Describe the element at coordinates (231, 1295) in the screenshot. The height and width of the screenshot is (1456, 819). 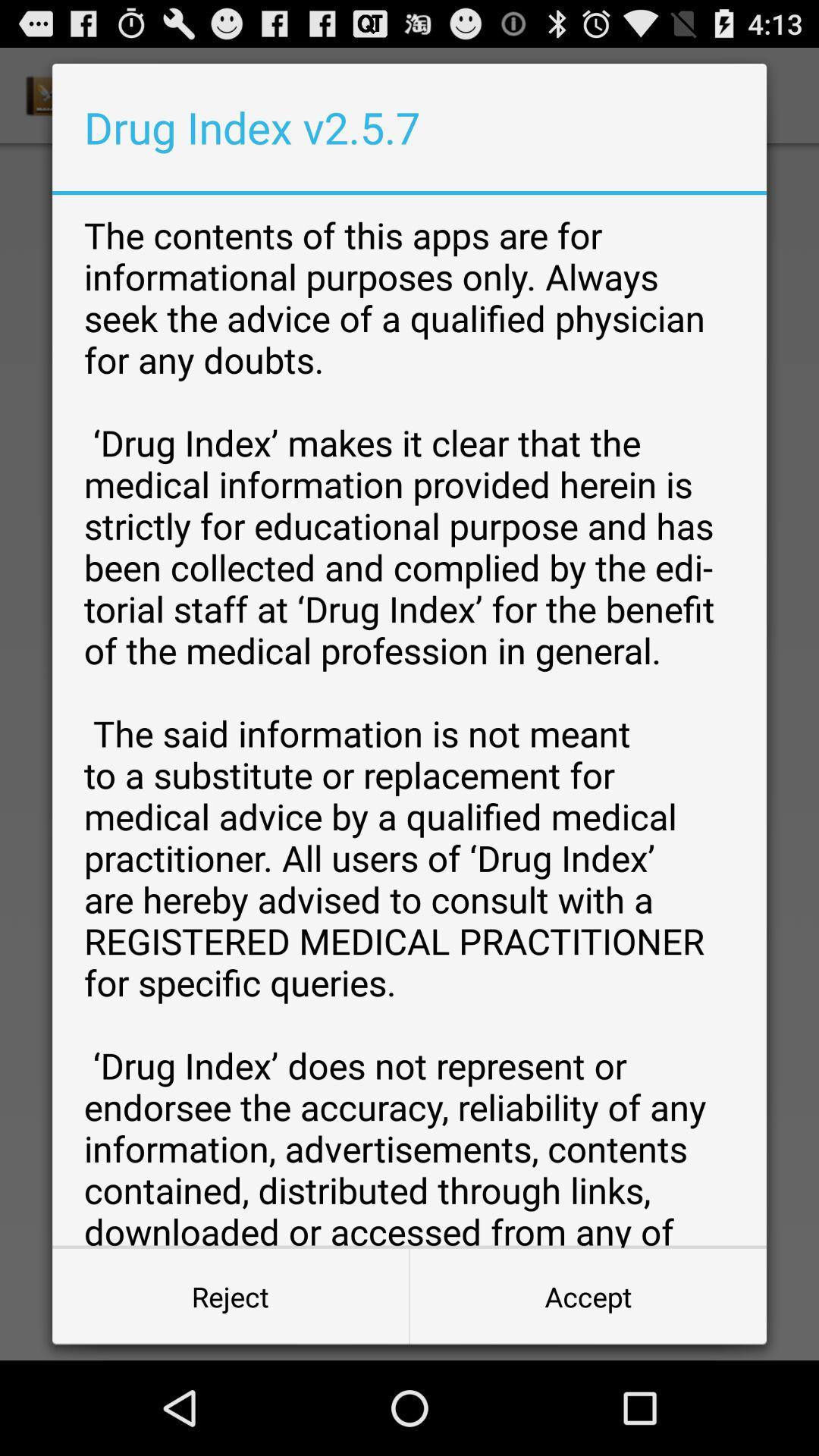
I see `button next to accept` at that location.